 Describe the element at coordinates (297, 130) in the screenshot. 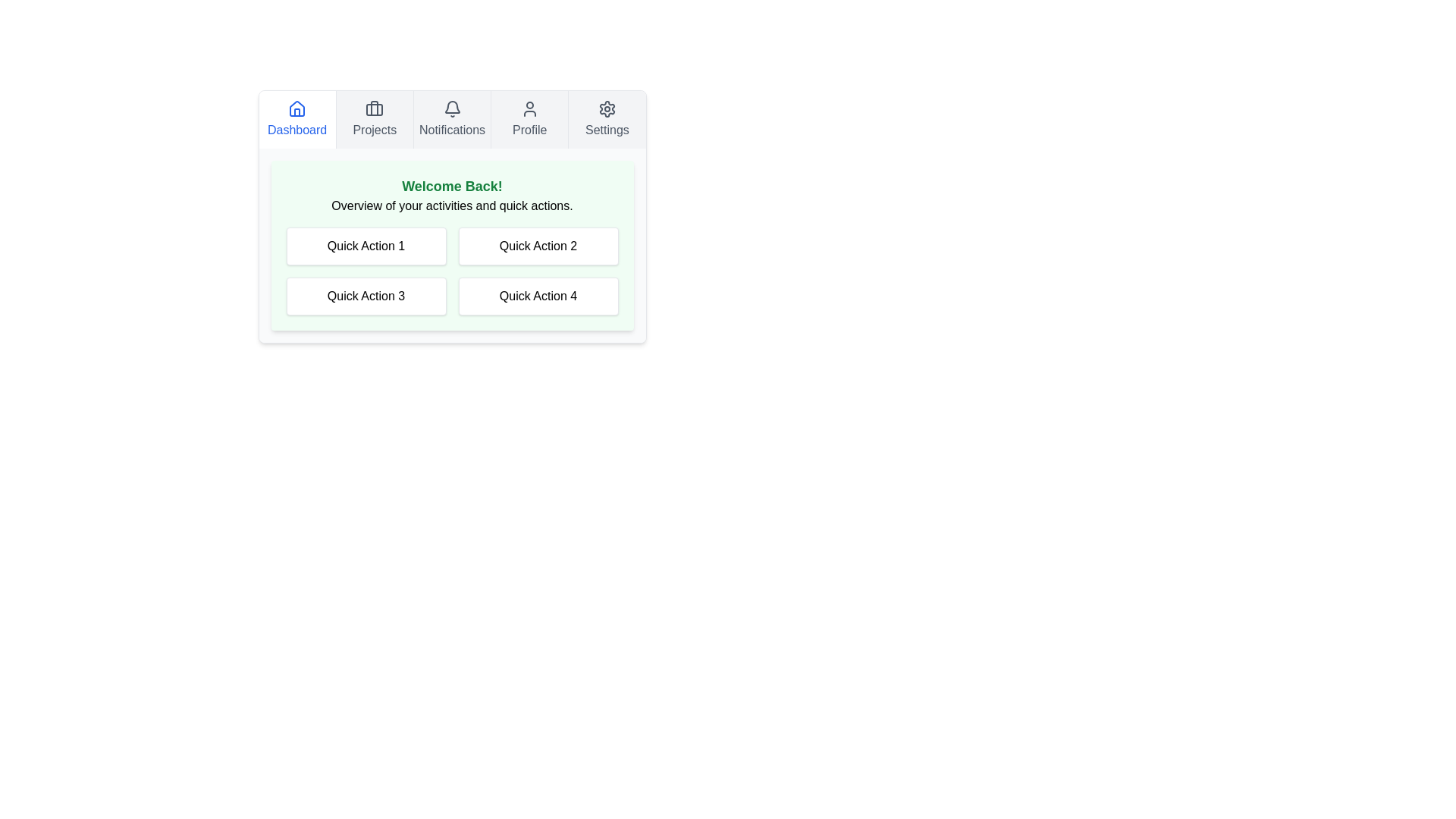

I see `the 'Dashboard' text label in the navigation menu` at that location.